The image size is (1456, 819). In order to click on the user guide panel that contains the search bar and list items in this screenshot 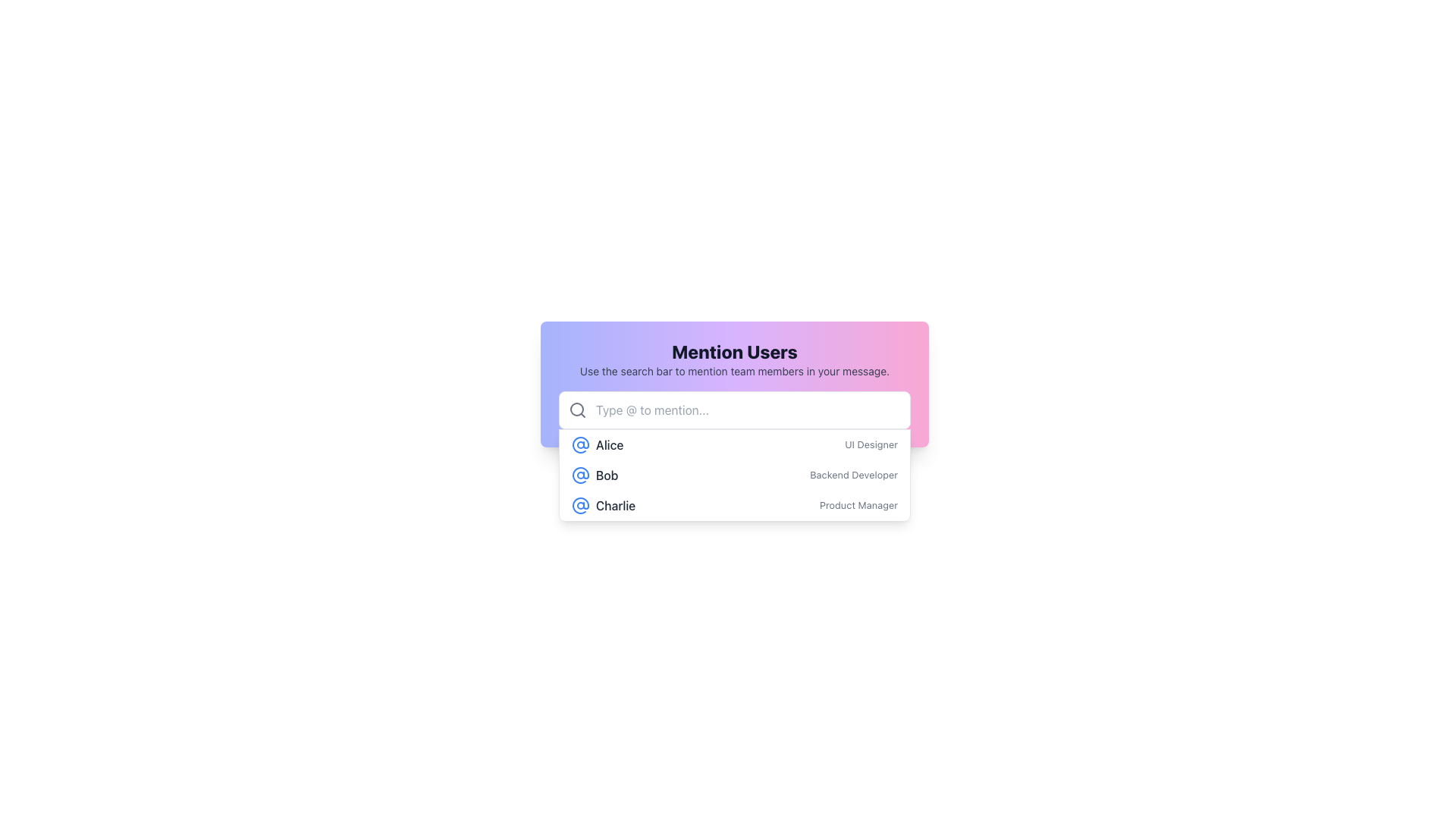, I will do `click(735, 383)`.